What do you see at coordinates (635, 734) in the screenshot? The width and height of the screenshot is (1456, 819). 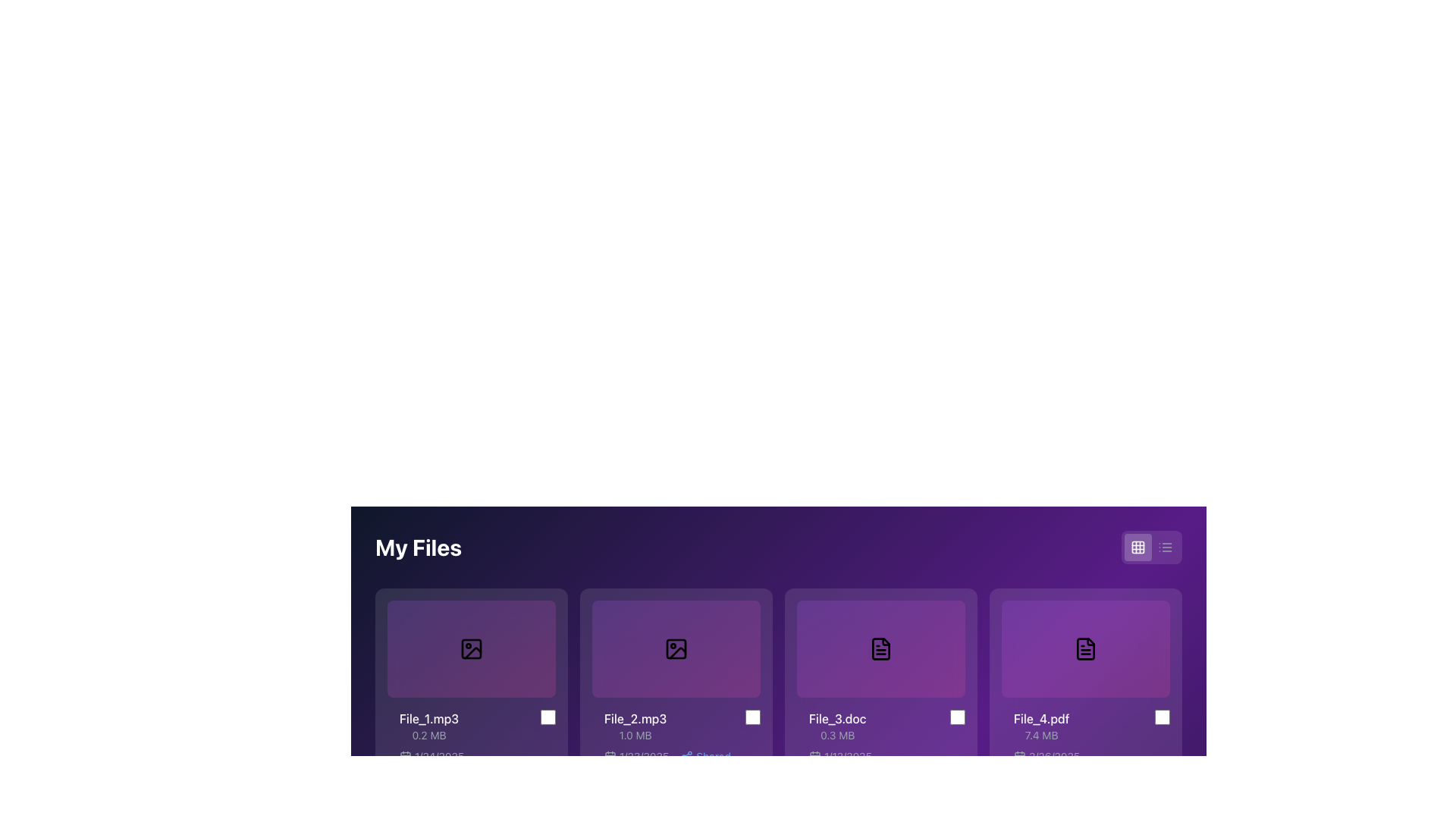 I see `the text label displaying '1.0 MB' which is located underneath the 'File_2.mp3' title in the file information block` at bounding box center [635, 734].